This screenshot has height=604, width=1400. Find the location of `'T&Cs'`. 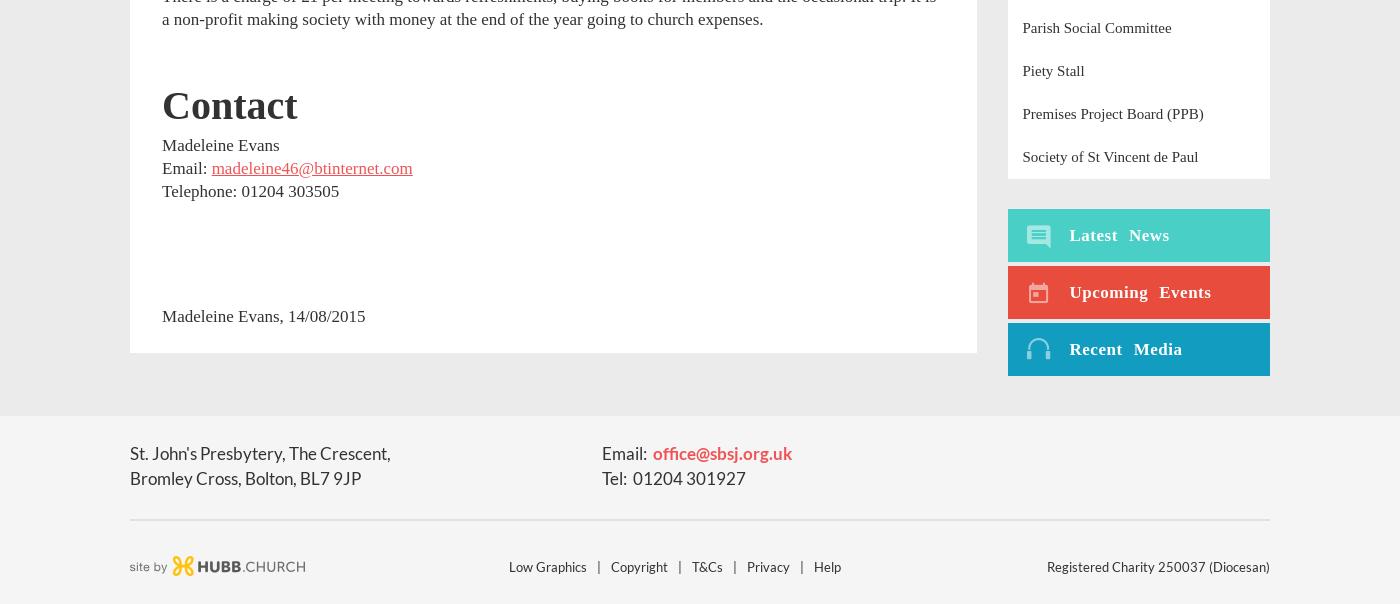

'T&Cs' is located at coordinates (707, 566).